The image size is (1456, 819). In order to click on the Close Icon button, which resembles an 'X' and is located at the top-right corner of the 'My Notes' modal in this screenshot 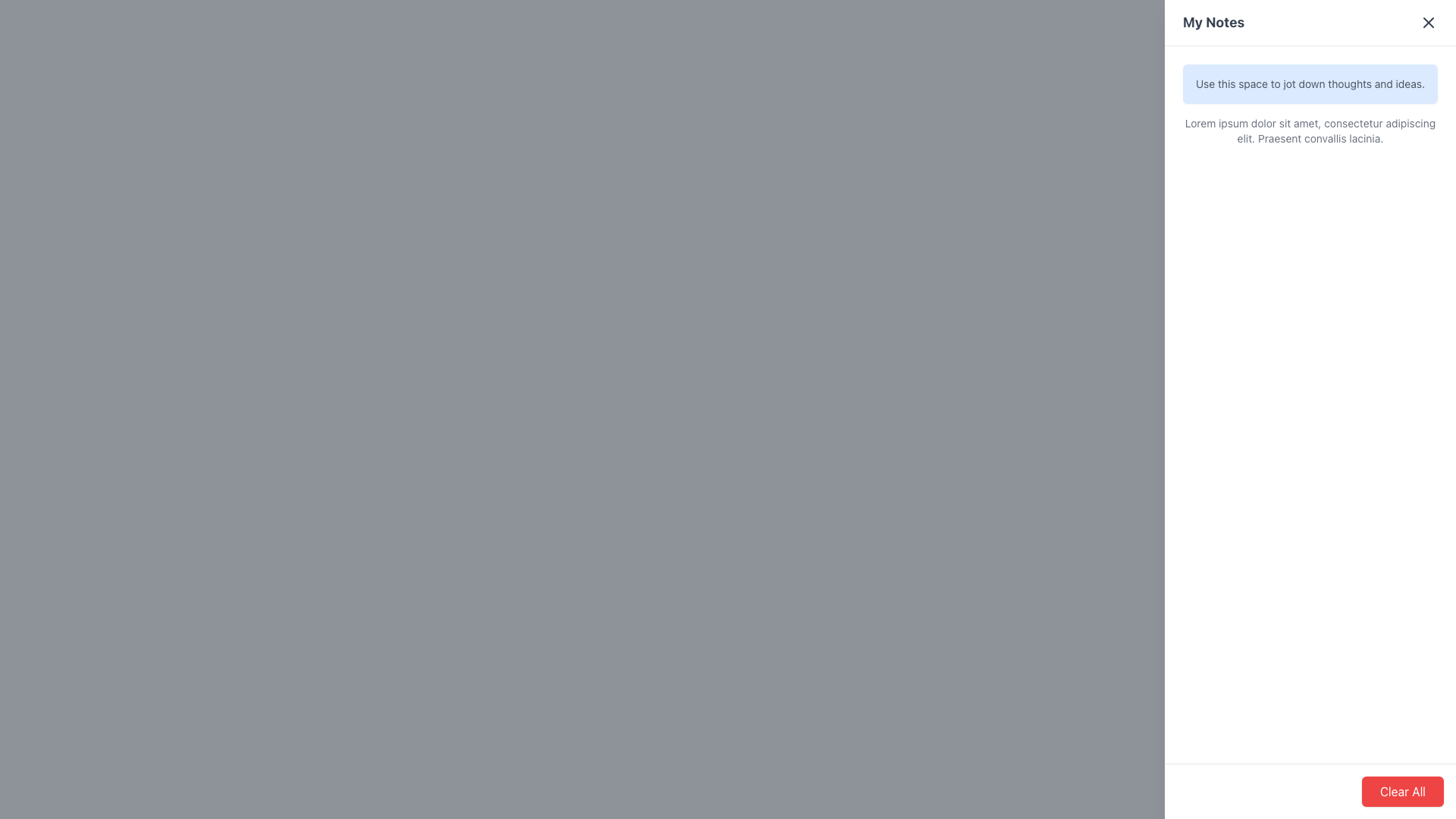, I will do `click(1427, 23)`.